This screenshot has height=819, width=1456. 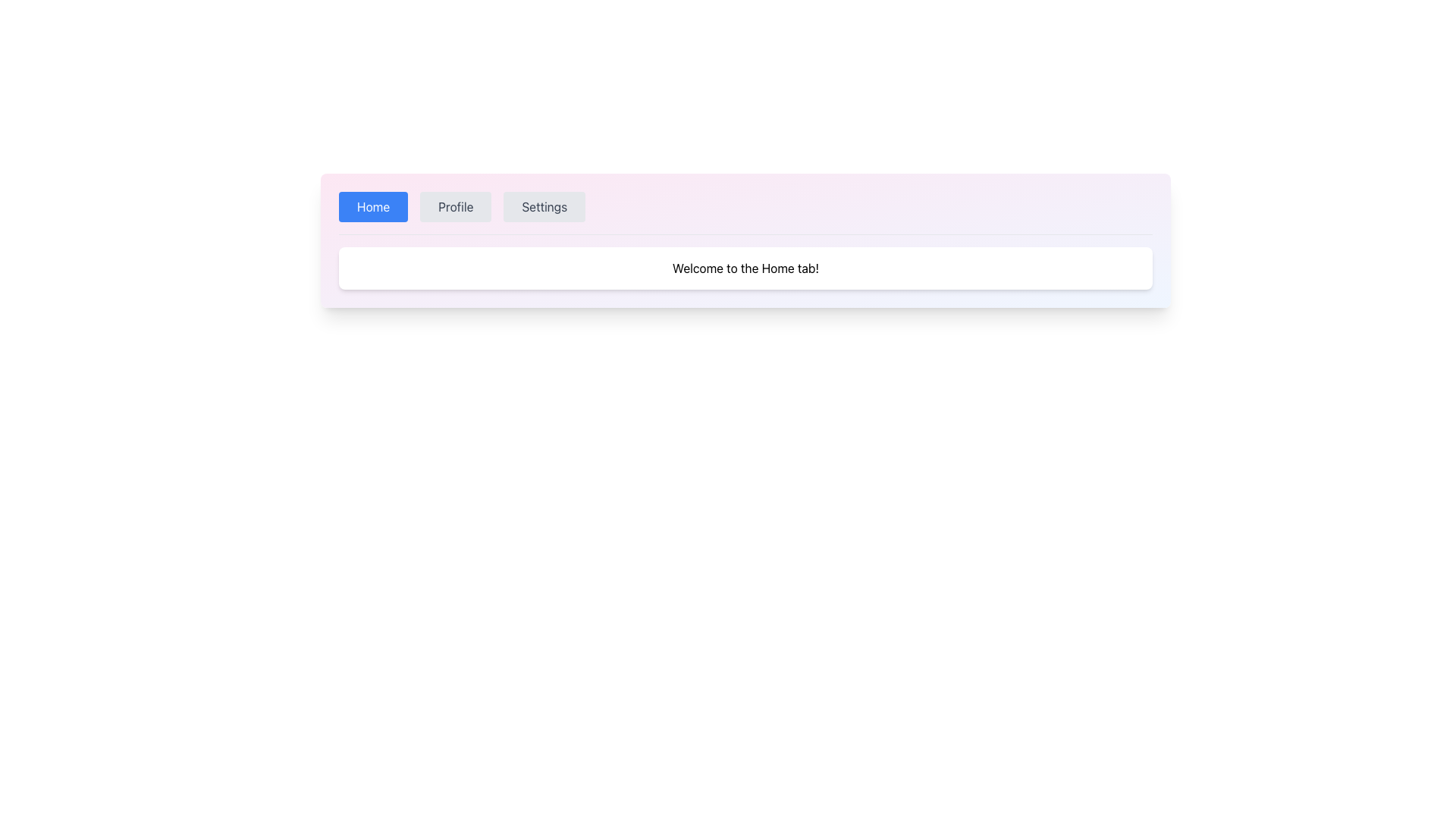 What do you see at coordinates (745, 268) in the screenshot?
I see `the text label that reads 'Welcome to the Home tab!' which is displayed in black font on a white background, located below the tab navigation bar` at bounding box center [745, 268].